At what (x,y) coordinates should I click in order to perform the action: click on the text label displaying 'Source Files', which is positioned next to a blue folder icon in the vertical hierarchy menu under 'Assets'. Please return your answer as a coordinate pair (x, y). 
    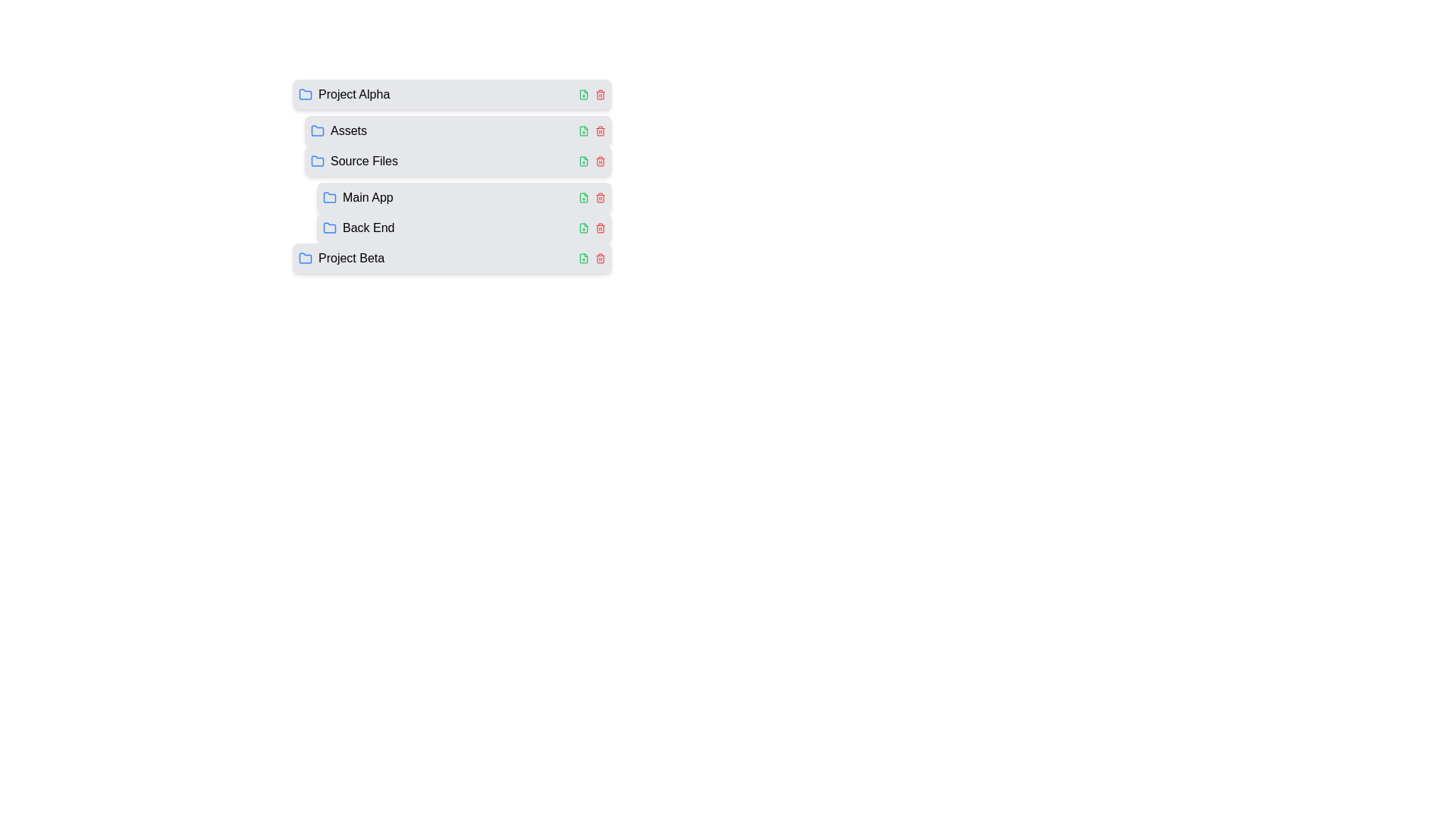
    Looking at the image, I should click on (364, 161).